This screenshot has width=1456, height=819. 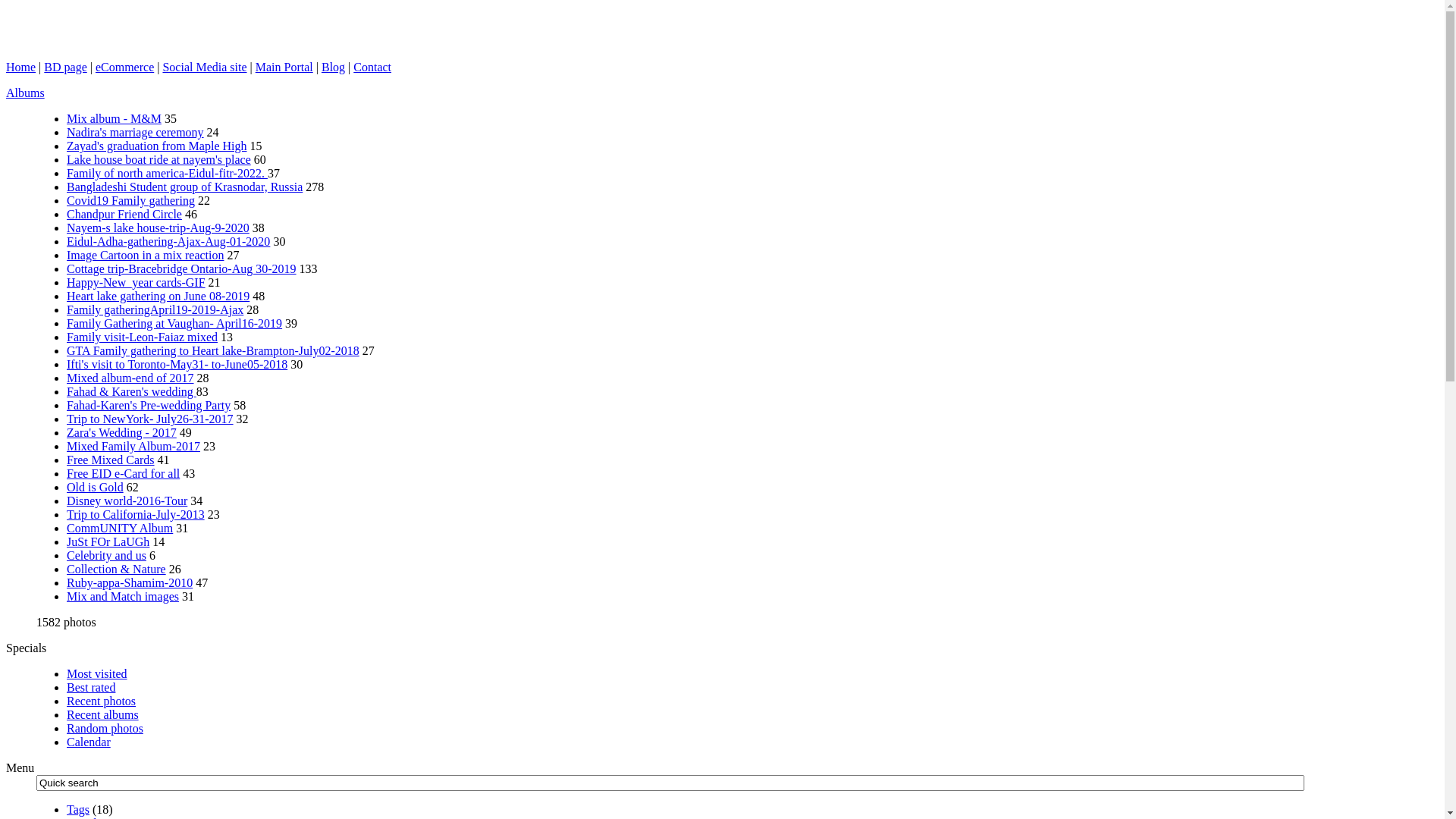 I want to click on 'CommUNITY Album', so click(x=119, y=527).